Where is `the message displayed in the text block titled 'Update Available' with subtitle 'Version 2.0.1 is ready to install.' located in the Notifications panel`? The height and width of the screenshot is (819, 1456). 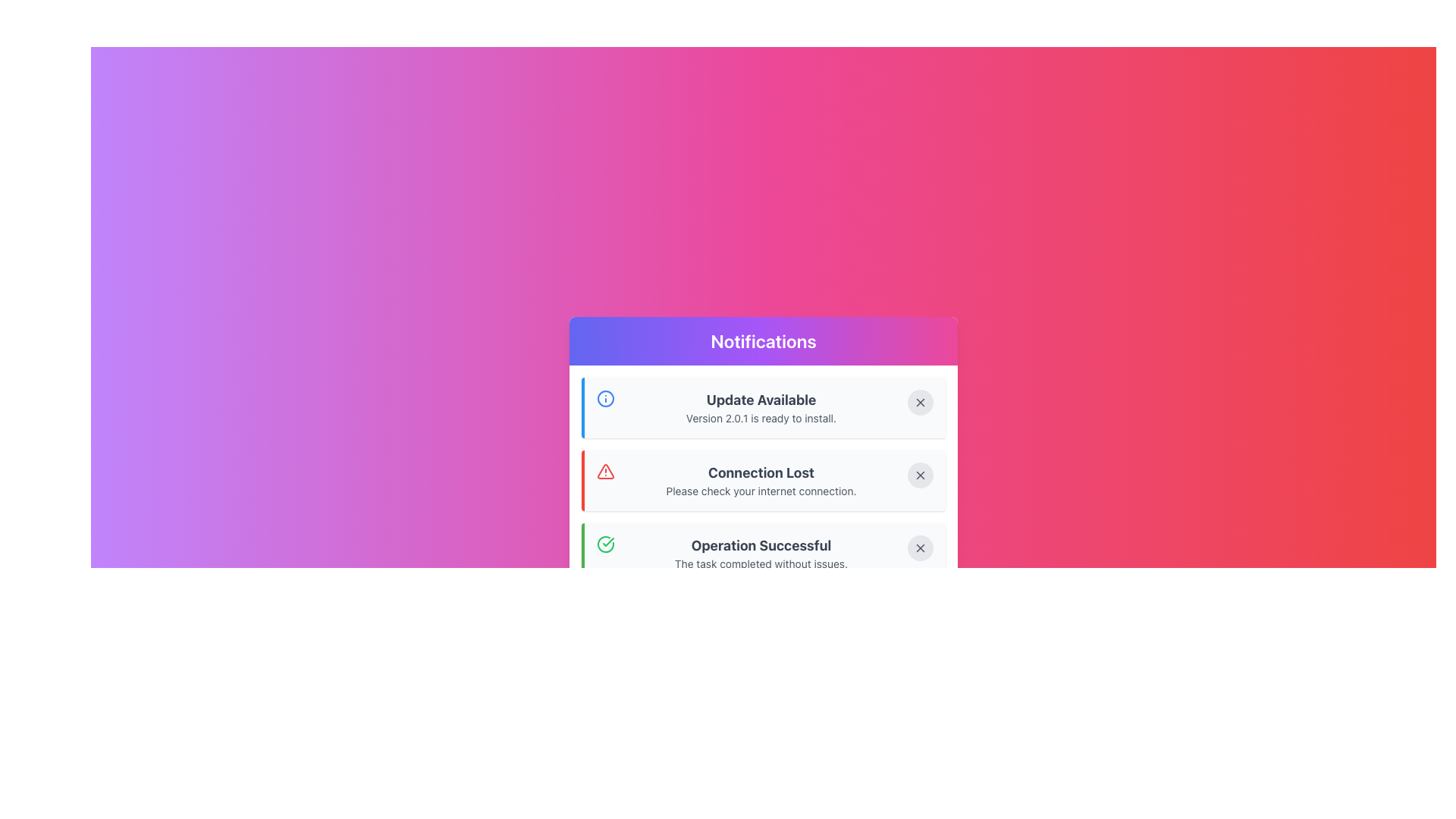 the message displayed in the text block titled 'Update Available' with subtitle 'Version 2.0.1 is ready to install.' located in the Notifications panel is located at coordinates (761, 406).